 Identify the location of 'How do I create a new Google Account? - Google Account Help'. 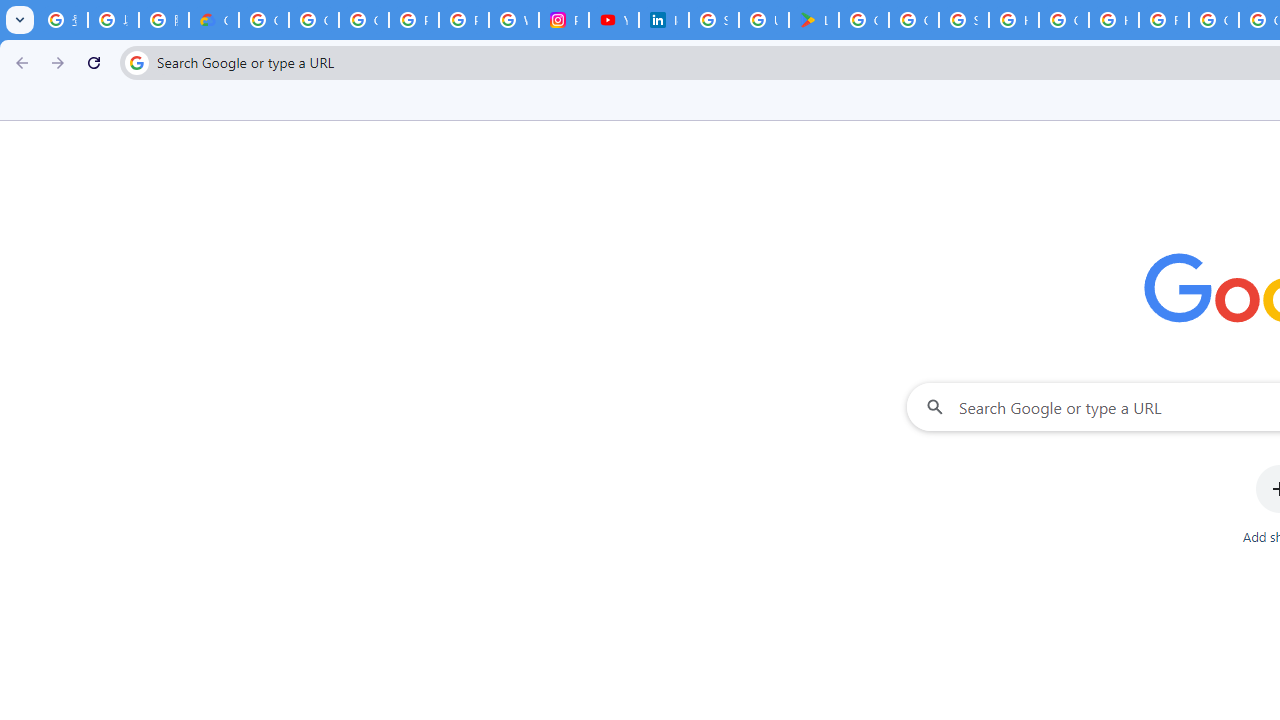
(1113, 20).